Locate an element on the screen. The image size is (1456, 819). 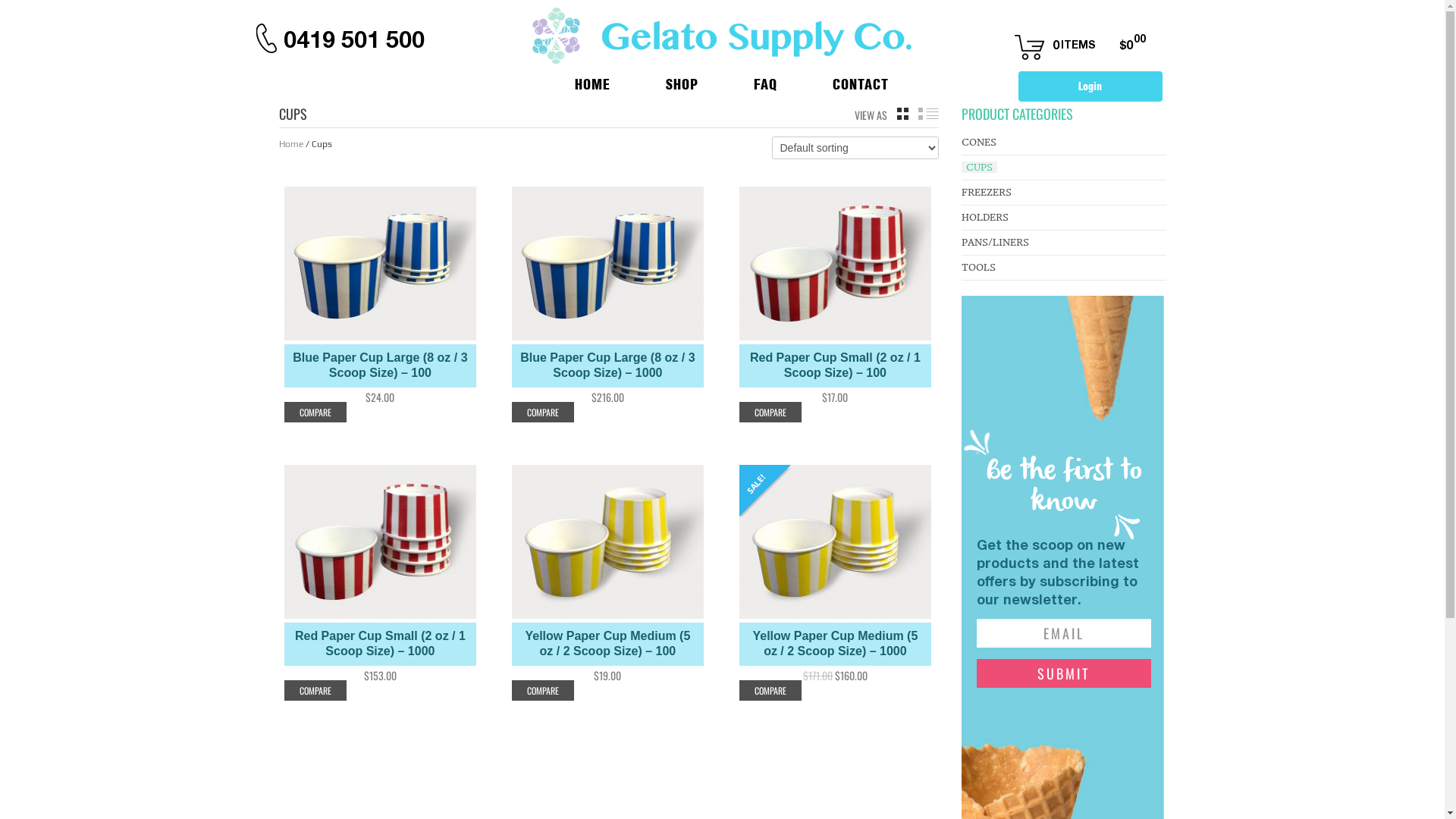
'Gelato Supply Co.' is located at coordinates (720, 34).